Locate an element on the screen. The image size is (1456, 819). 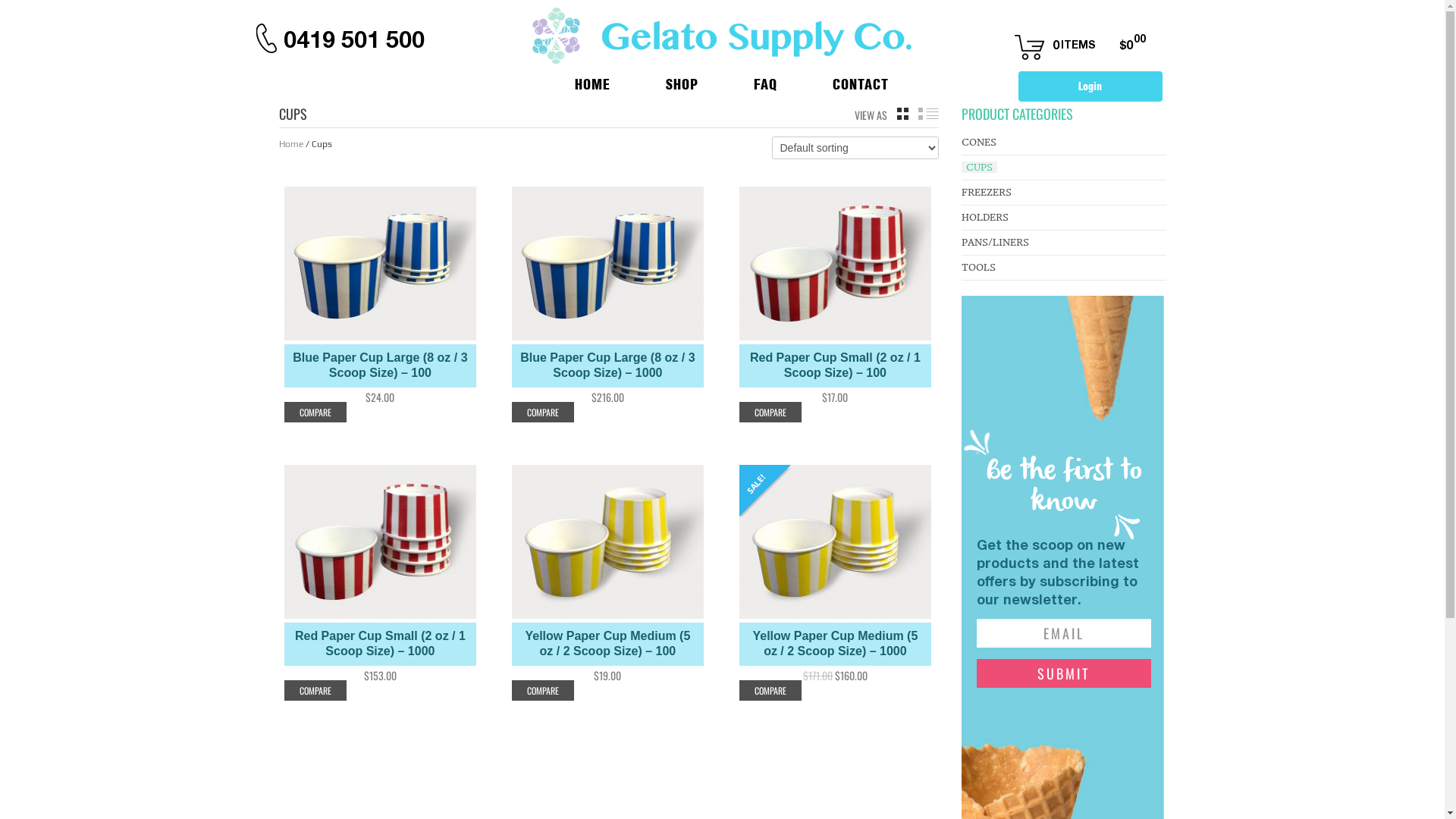
'Gelato Supply Co.' is located at coordinates (720, 34).